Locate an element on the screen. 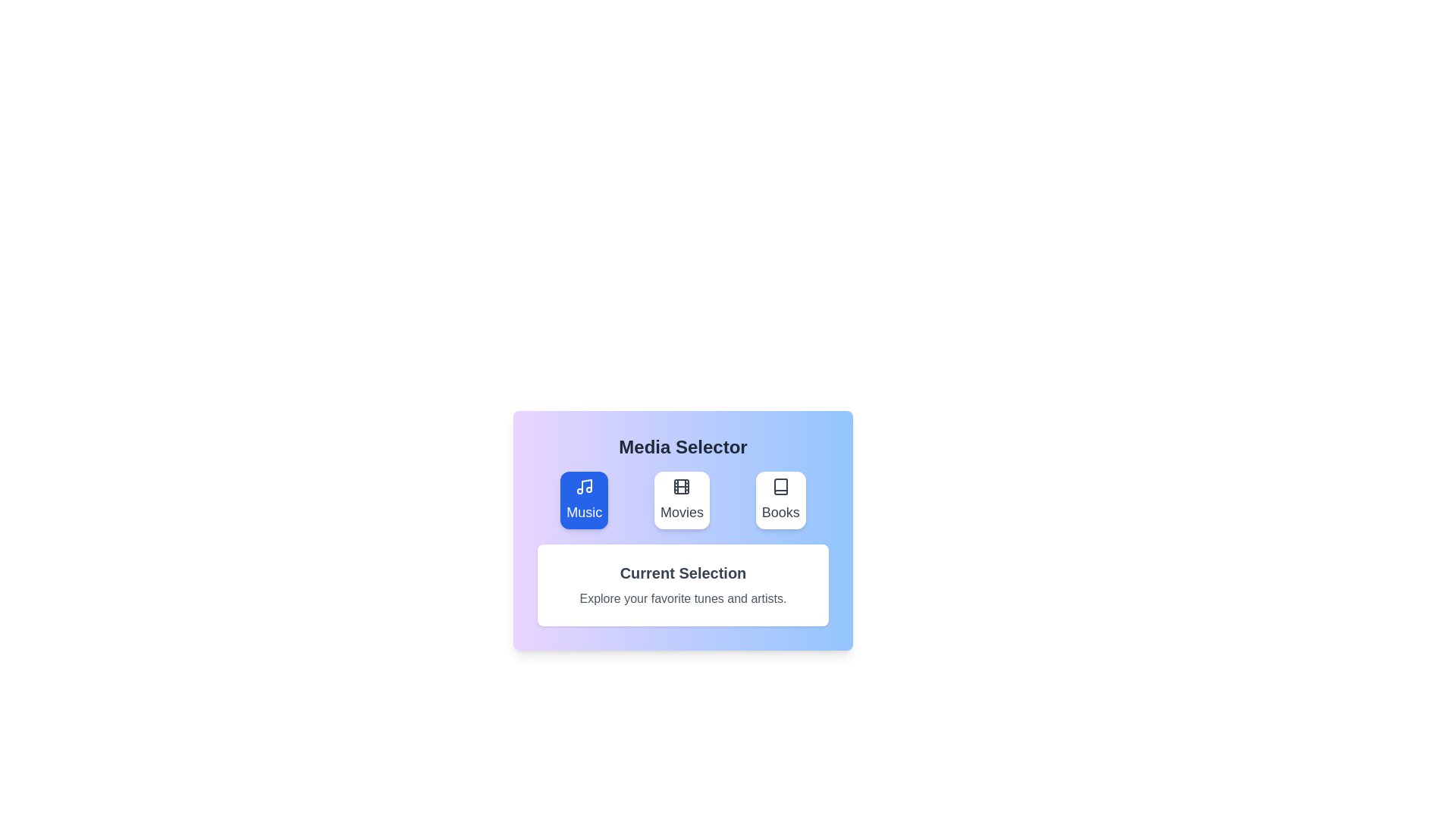 This screenshot has width=1456, height=819. the 'Movies' icon, which is the second selectable option in the horizontal layout below the heading 'Media Selector' is located at coordinates (681, 486).